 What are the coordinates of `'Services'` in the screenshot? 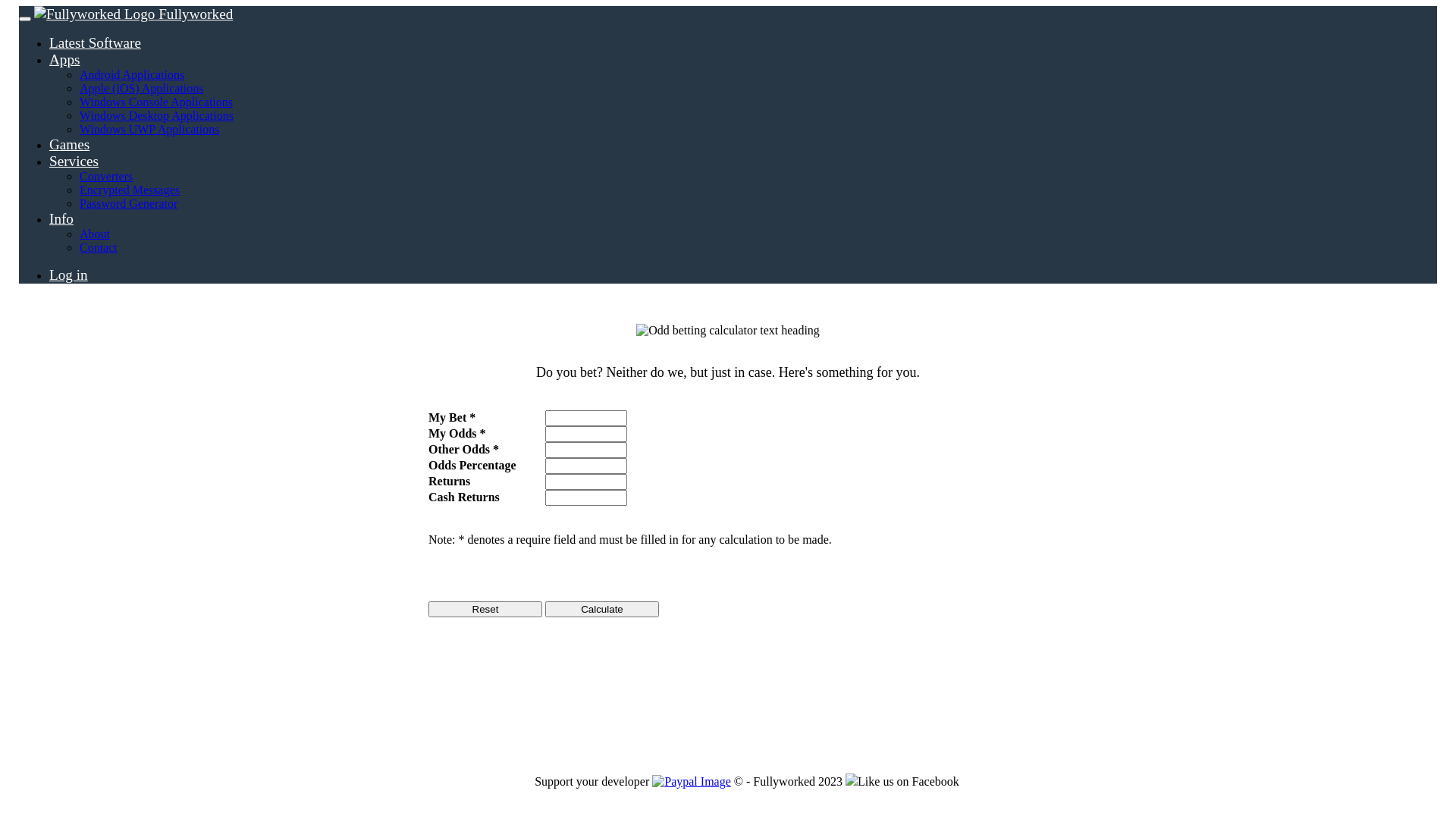 It's located at (73, 149).